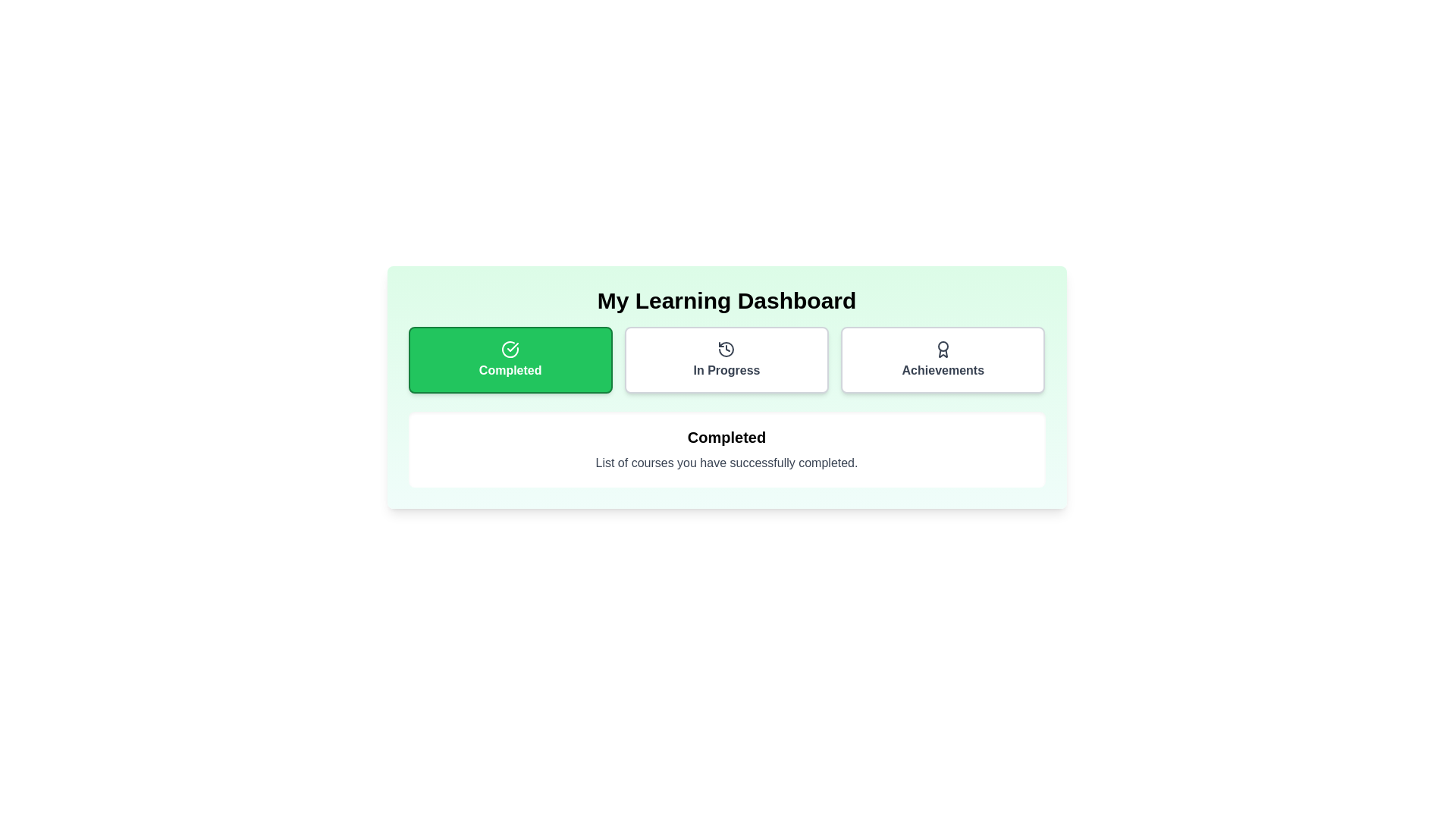 The width and height of the screenshot is (1456, 819). Describe the element at coordinates (510, 359) in the screenshot. I see `the Completed tab by clicking its corresponding button` at that location.